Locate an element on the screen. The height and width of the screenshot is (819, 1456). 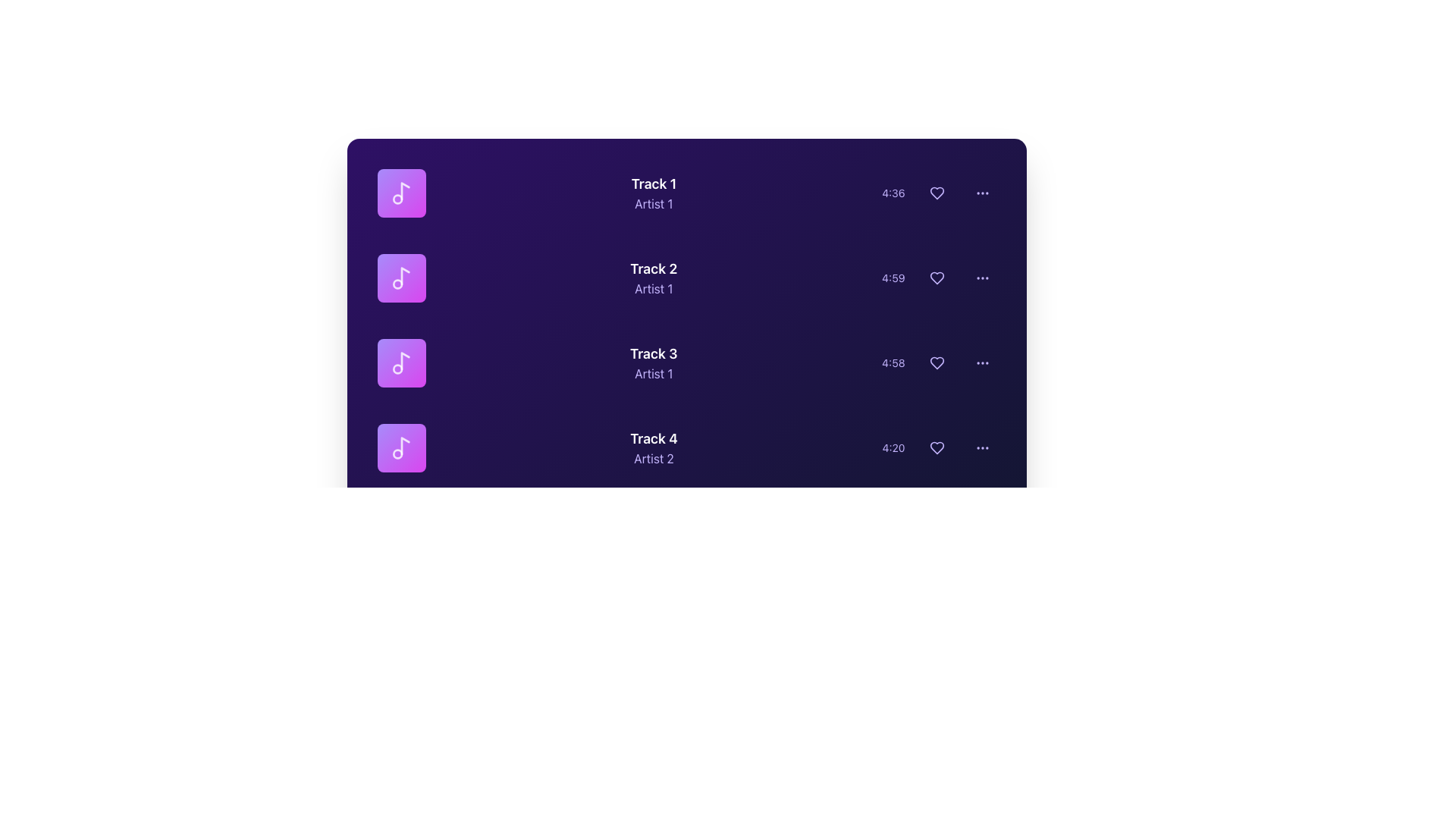
the heart icon button styled in violet shades, located in the bottom-most row of the list, adjacent to the time label '4:20' and the three-dot menu icon is located at coordinates (936, 447).